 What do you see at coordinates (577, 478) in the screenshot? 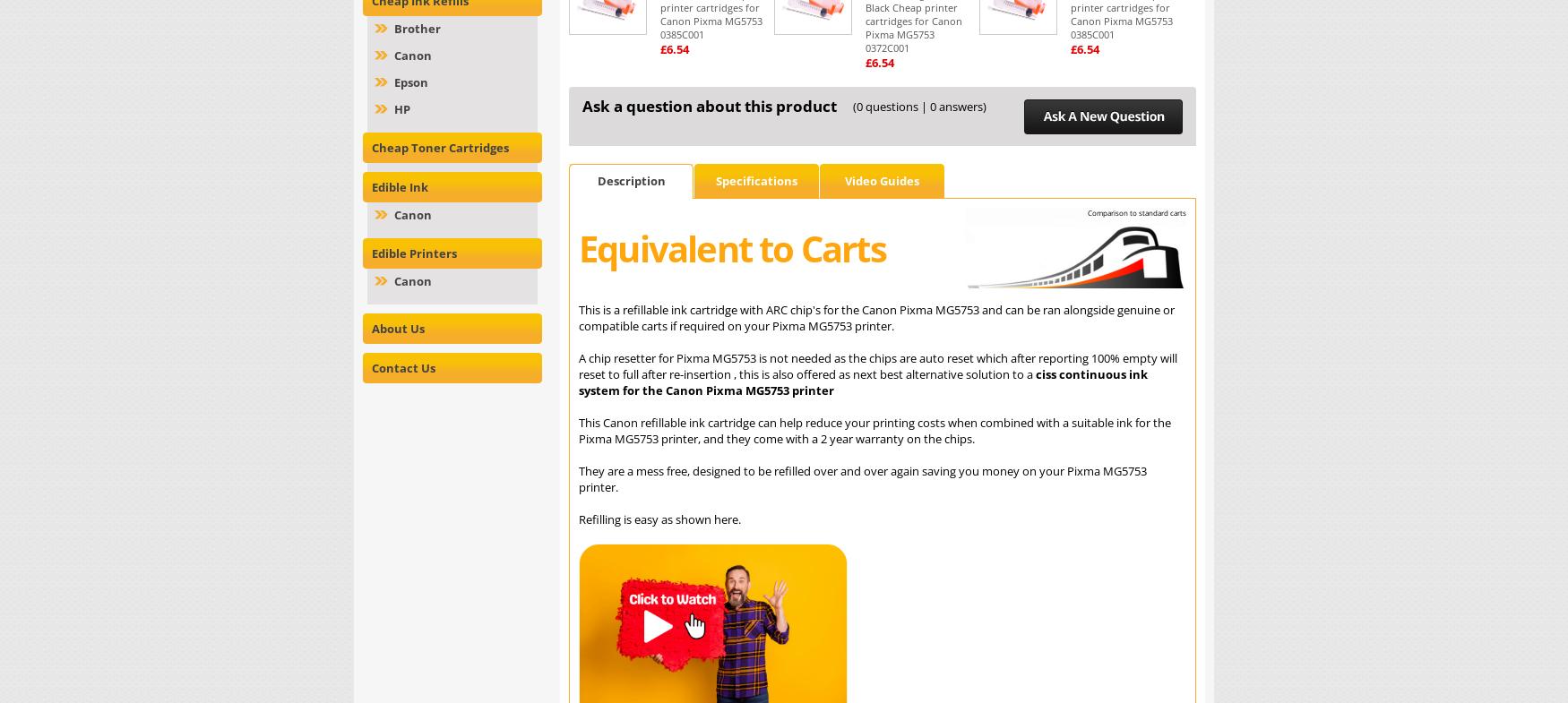
I see `'They are a mess free, designed to be refilled over and over again saving you money on your Pixma MG5753 printer.'` at bounding box center [577, 478].